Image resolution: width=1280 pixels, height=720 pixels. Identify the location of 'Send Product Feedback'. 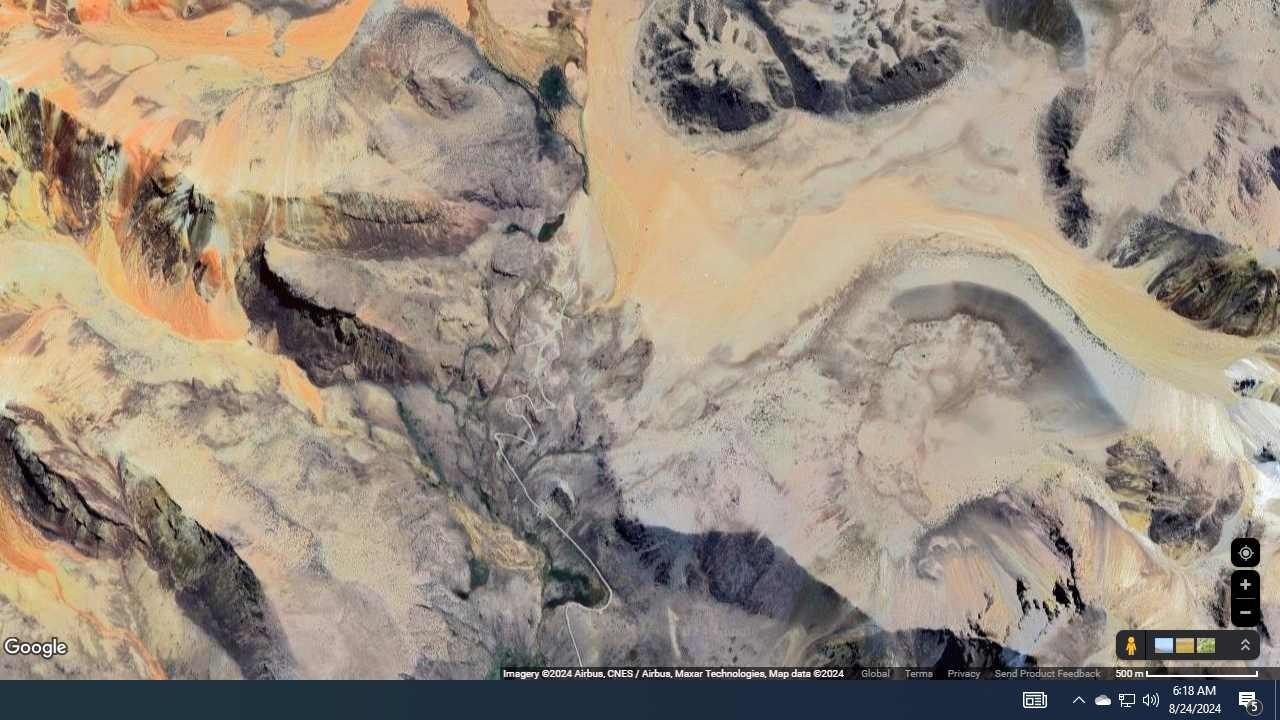
(1046, 673).